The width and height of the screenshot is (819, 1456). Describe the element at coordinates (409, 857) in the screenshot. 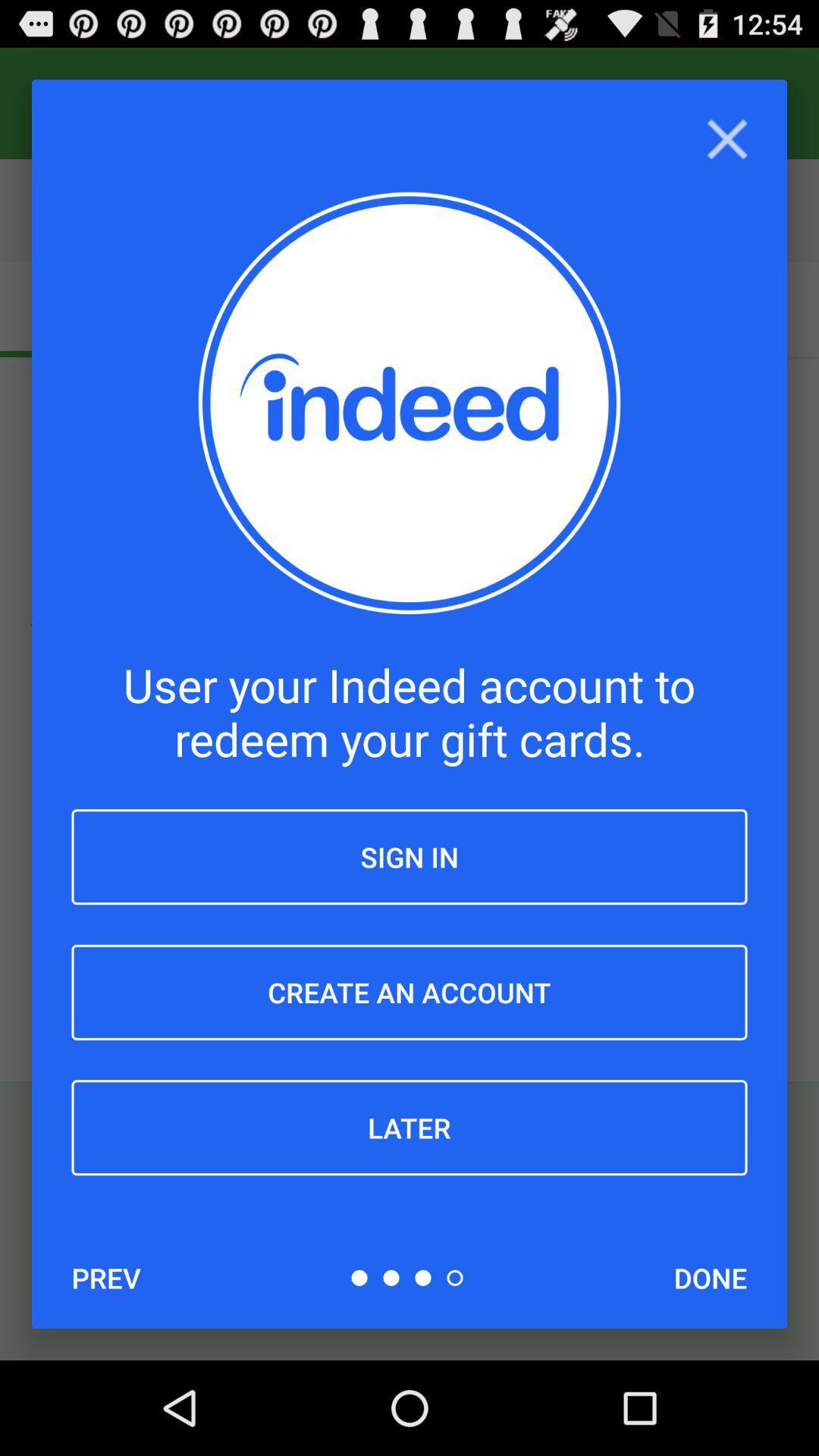

I see `the sign in icon` at that location.